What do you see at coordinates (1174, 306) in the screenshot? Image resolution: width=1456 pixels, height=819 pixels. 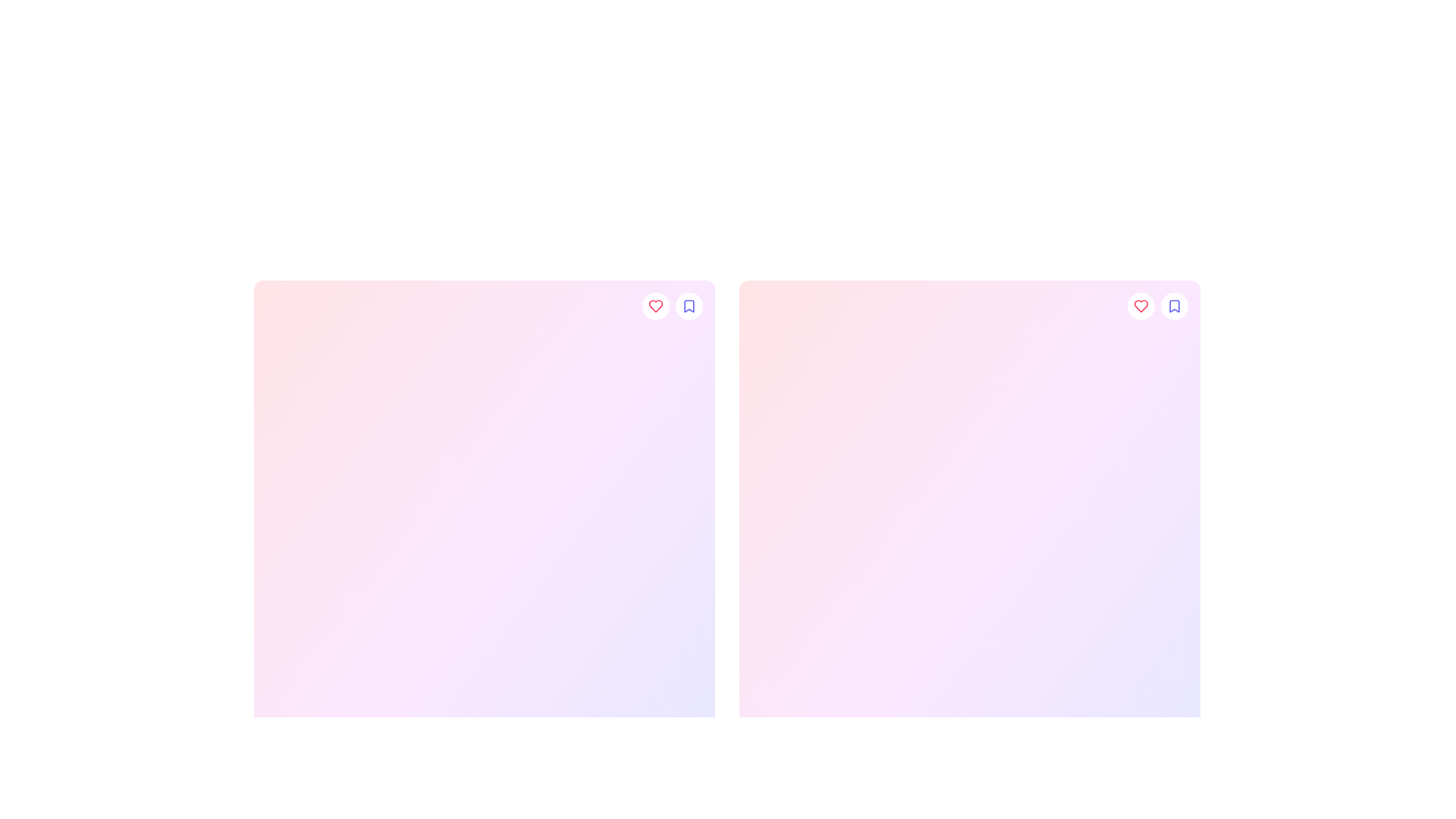 I see `the bookmarking button located at the top-right corner of the interface, which is the second button following a heart-shaped icon` at bounding box center [1174, 306].